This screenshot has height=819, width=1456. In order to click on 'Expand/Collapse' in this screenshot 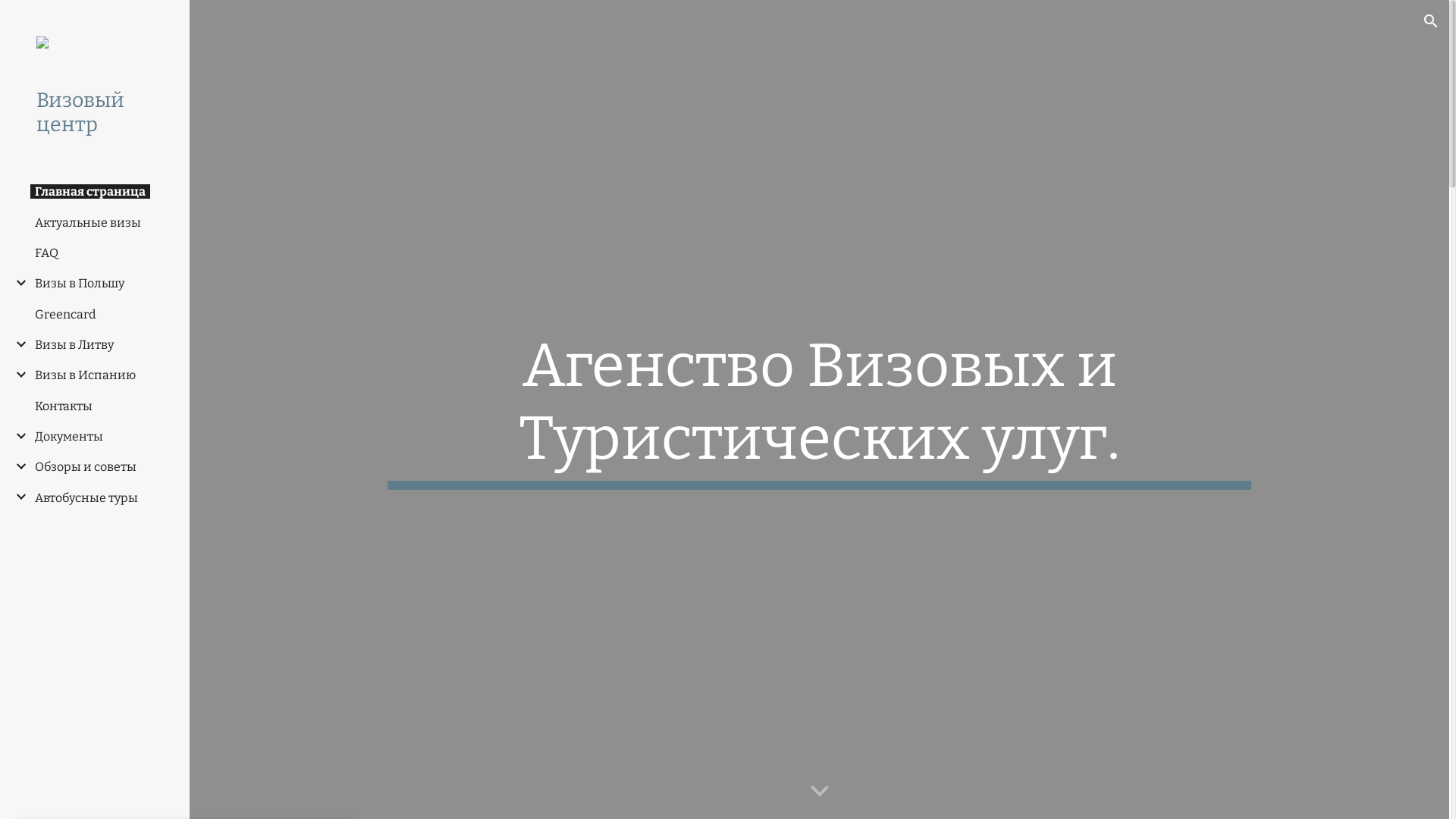, I will do `click(3, 465)`.